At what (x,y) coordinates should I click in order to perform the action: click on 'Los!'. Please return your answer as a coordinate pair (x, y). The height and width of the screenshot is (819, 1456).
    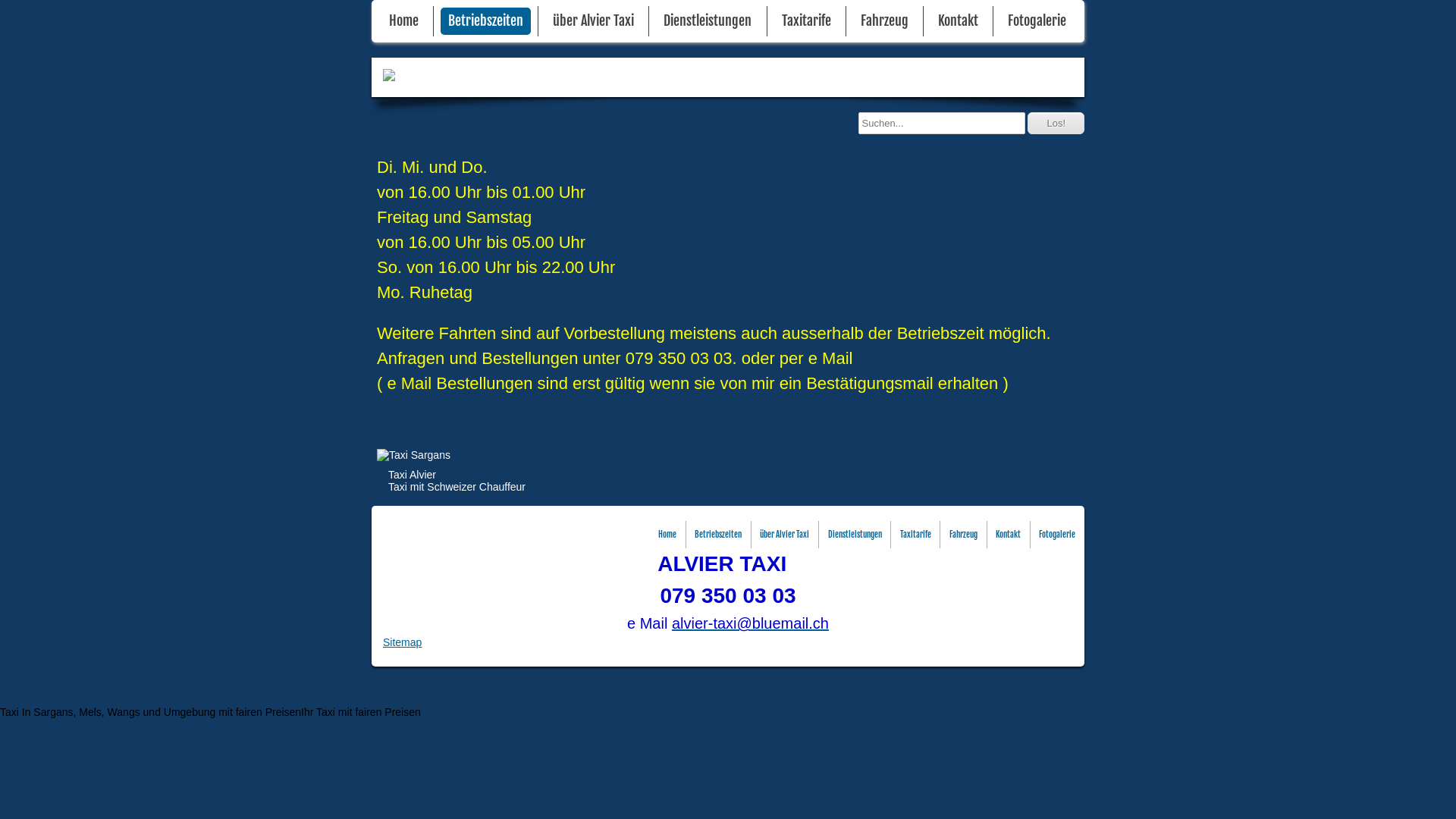
    Looking at the image, I should click on (1055, 122).